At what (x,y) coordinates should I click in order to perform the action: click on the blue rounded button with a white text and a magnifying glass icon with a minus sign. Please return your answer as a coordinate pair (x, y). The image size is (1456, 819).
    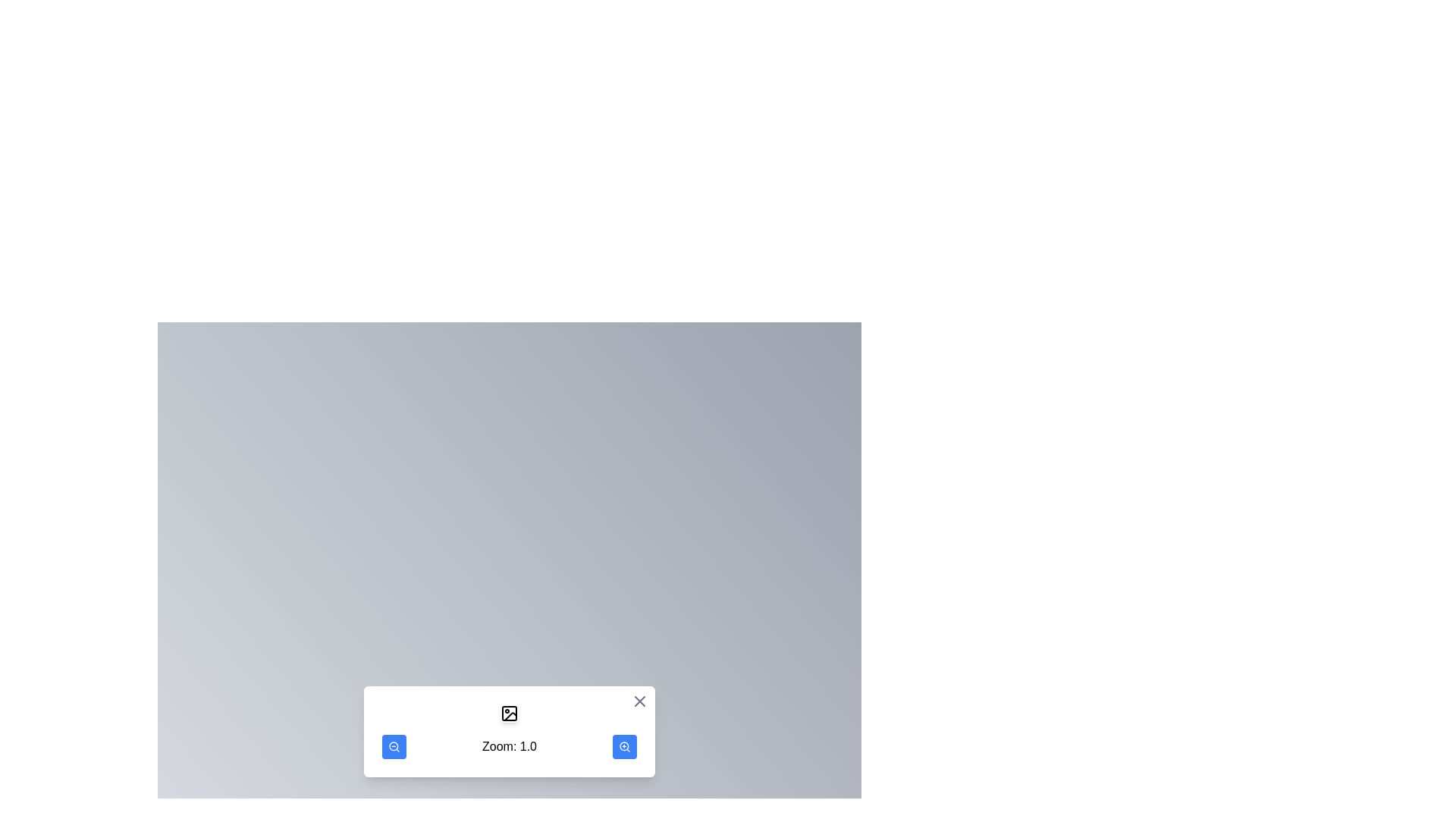
    Looking at the image, I should click on (394, 745).